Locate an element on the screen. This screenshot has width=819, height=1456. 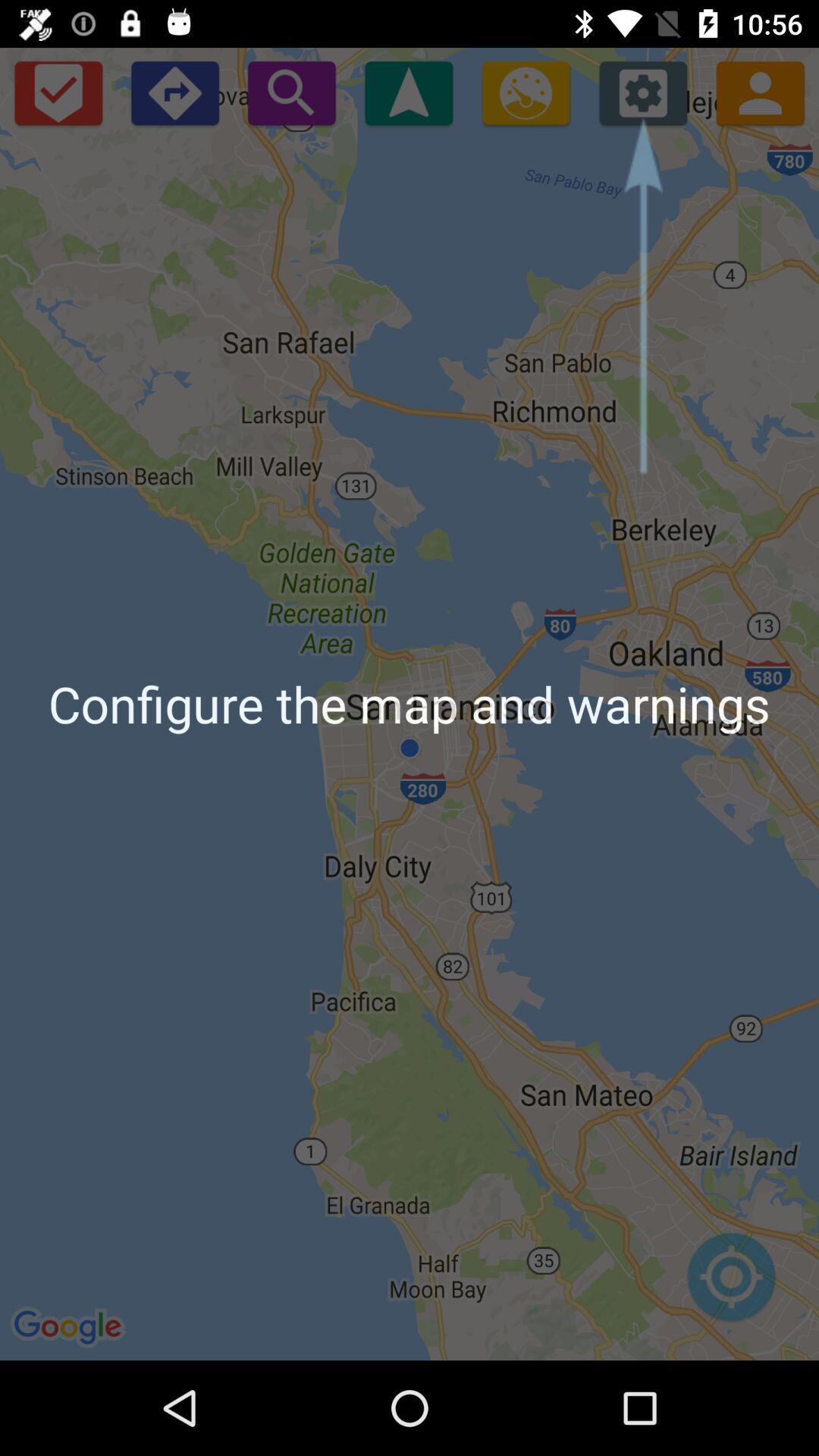
the location_crosshair icon is located at coordinates (730, 1284).